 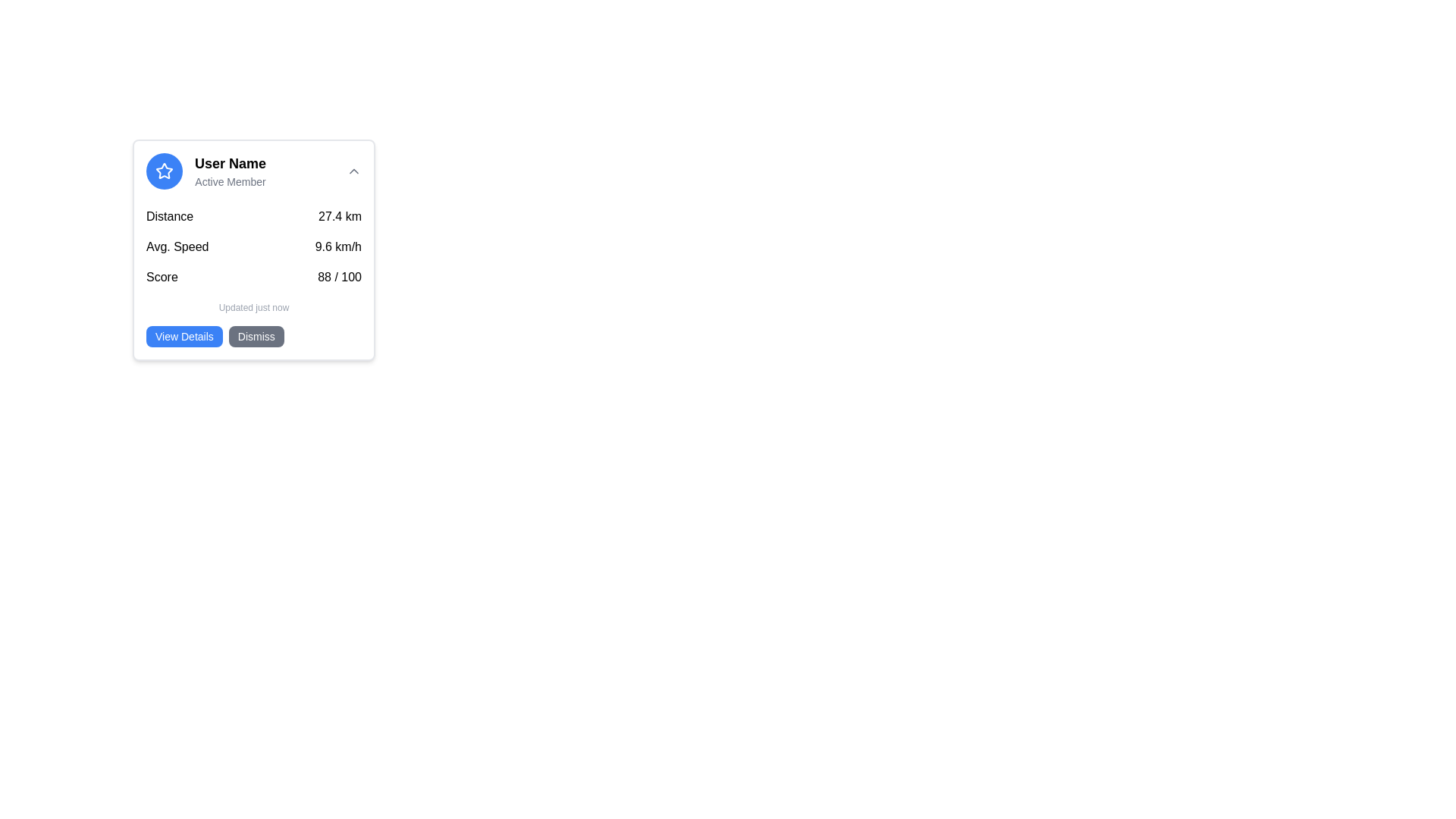 What do you see at coordinates (170, 216) in the screenshot?
I see `the static text label displaying the word 'Distance', which is positioned to the left of the numeric value '27.4 km' within a card-like component` at bounding box center [170, 216].